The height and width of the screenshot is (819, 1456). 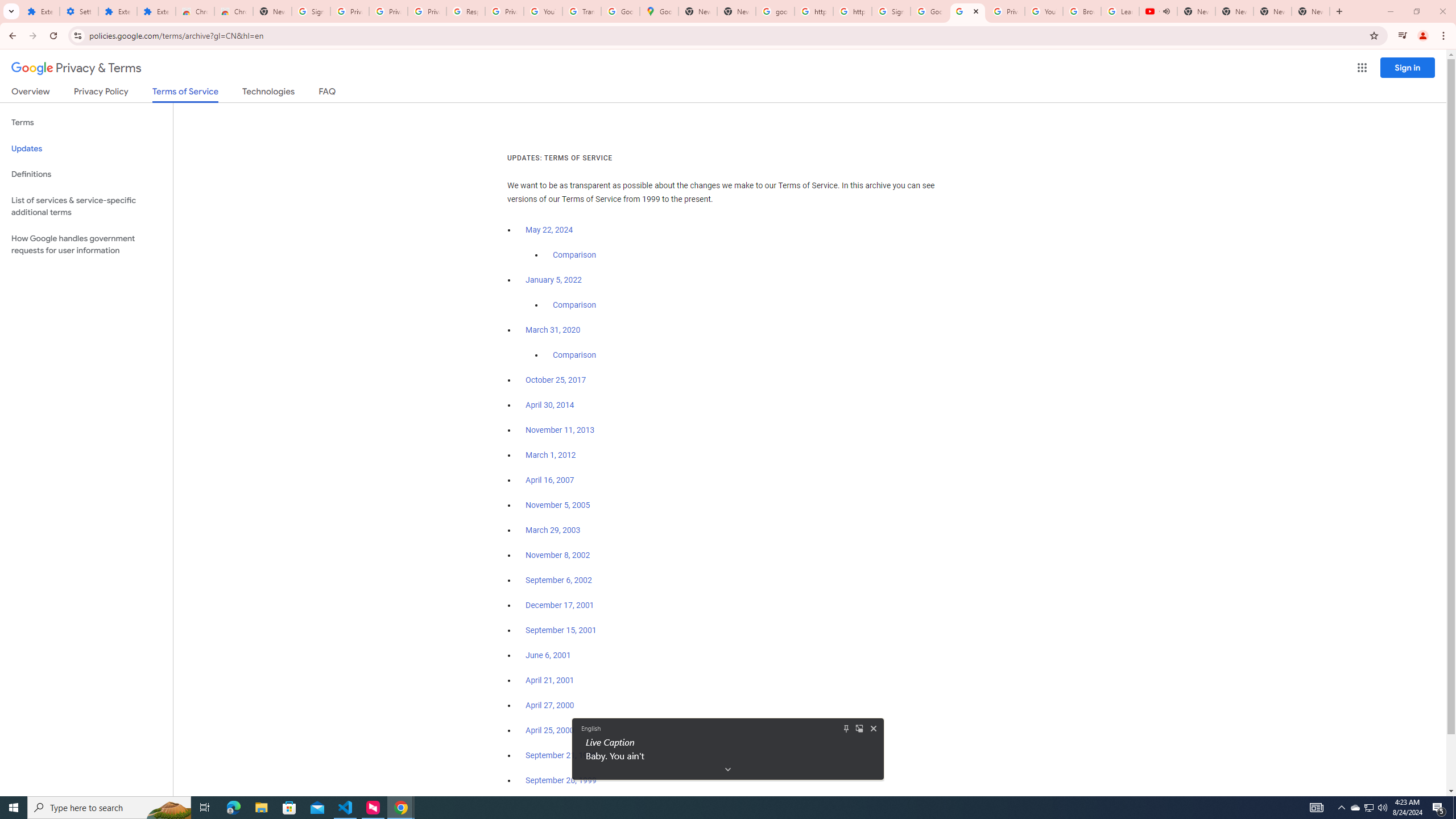 I want to click on 'June 6, 2001', so click(x=547, y=655).